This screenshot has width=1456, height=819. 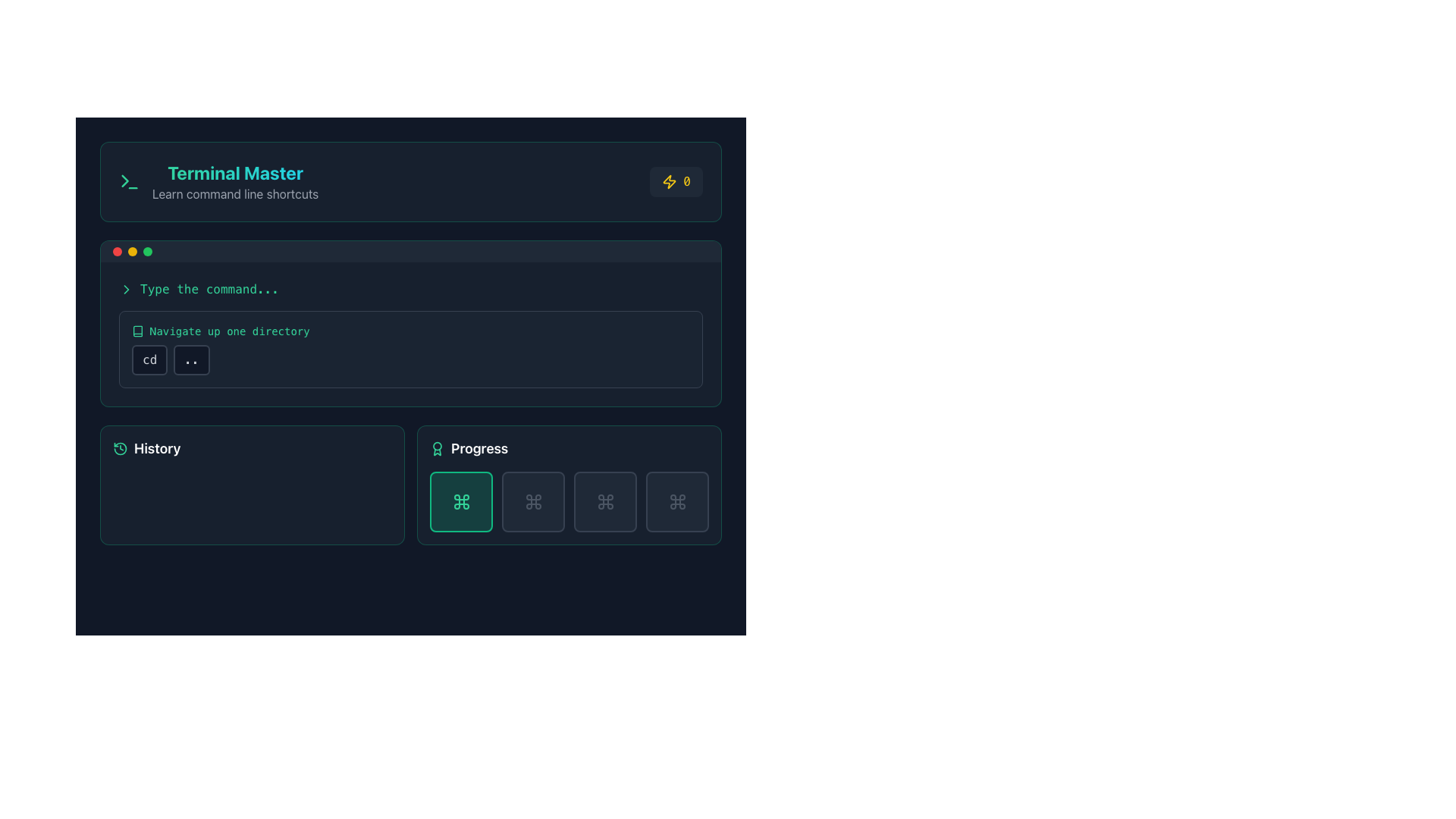 I want to click on the rectangular button labeled 'cd' with a dark background and light-colored text, located in the card section under the heading 'Type the command...', so click(x=149, y=359).